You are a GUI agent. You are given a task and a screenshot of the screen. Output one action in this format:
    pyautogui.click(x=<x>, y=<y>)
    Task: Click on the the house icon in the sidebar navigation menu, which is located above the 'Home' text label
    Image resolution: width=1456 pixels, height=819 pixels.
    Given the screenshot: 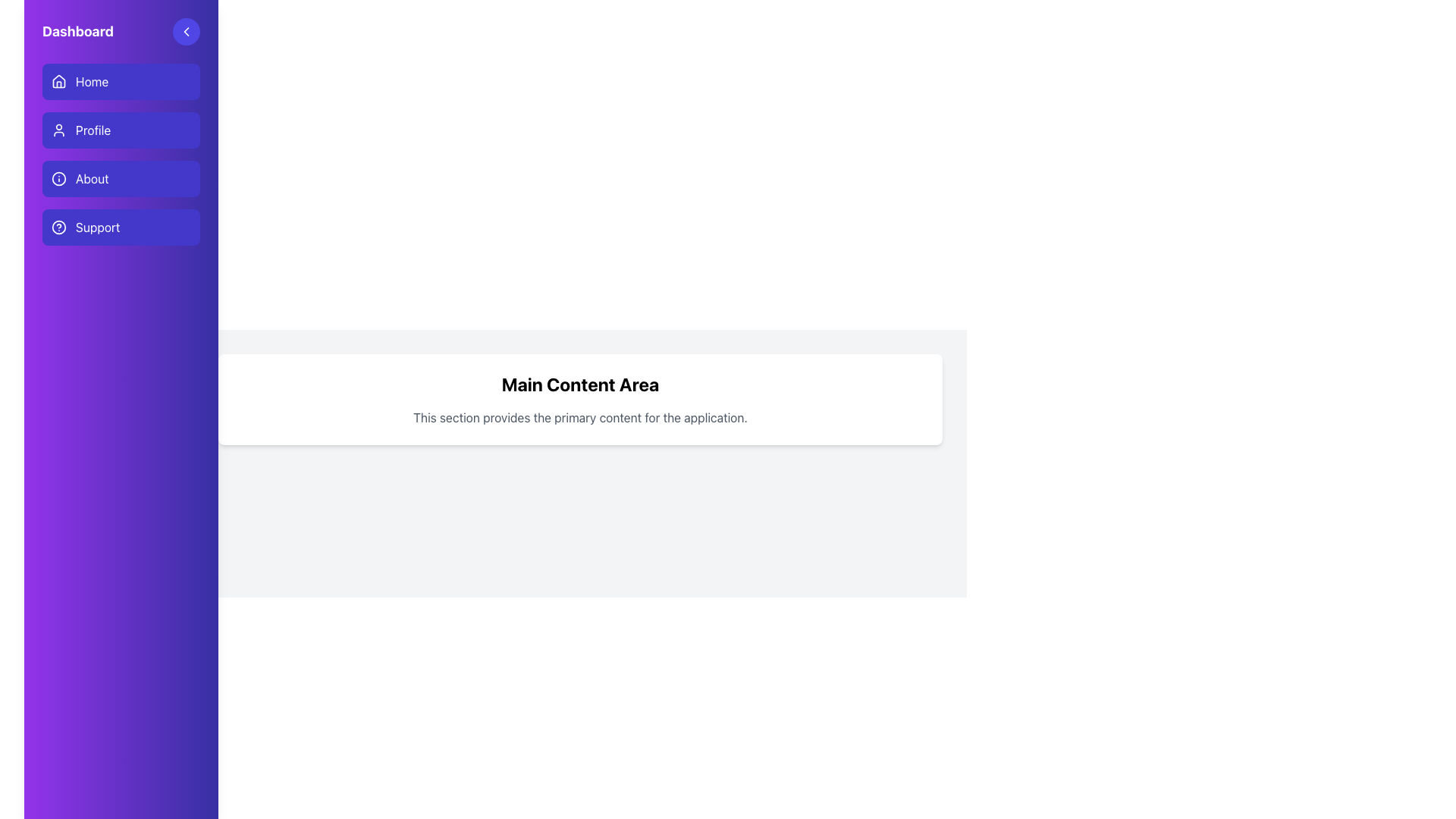 What is the action you would take?
    pyautogui.click(x=58, y=81)
    